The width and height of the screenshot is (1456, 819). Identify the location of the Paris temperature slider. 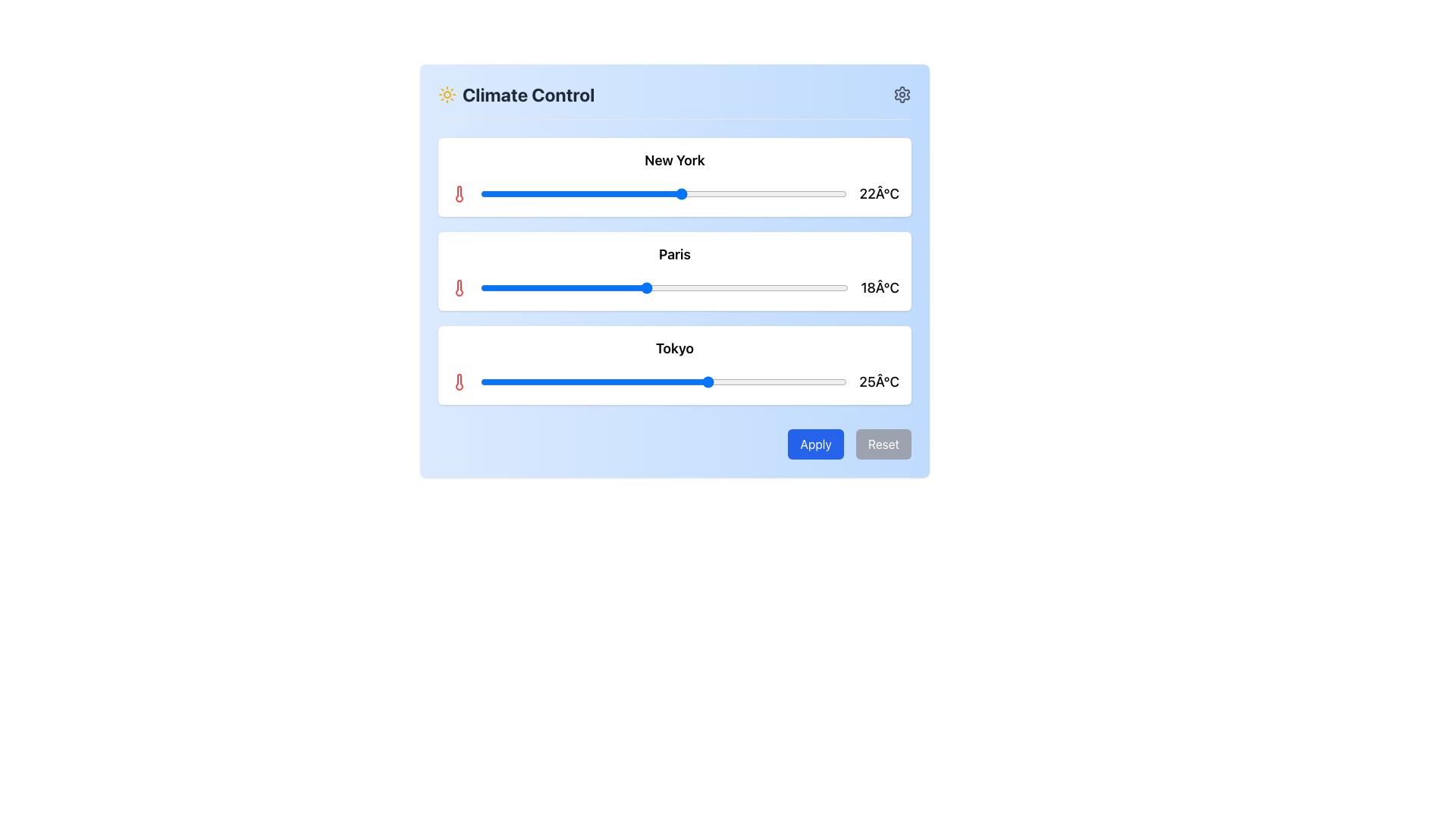
(719, 288).